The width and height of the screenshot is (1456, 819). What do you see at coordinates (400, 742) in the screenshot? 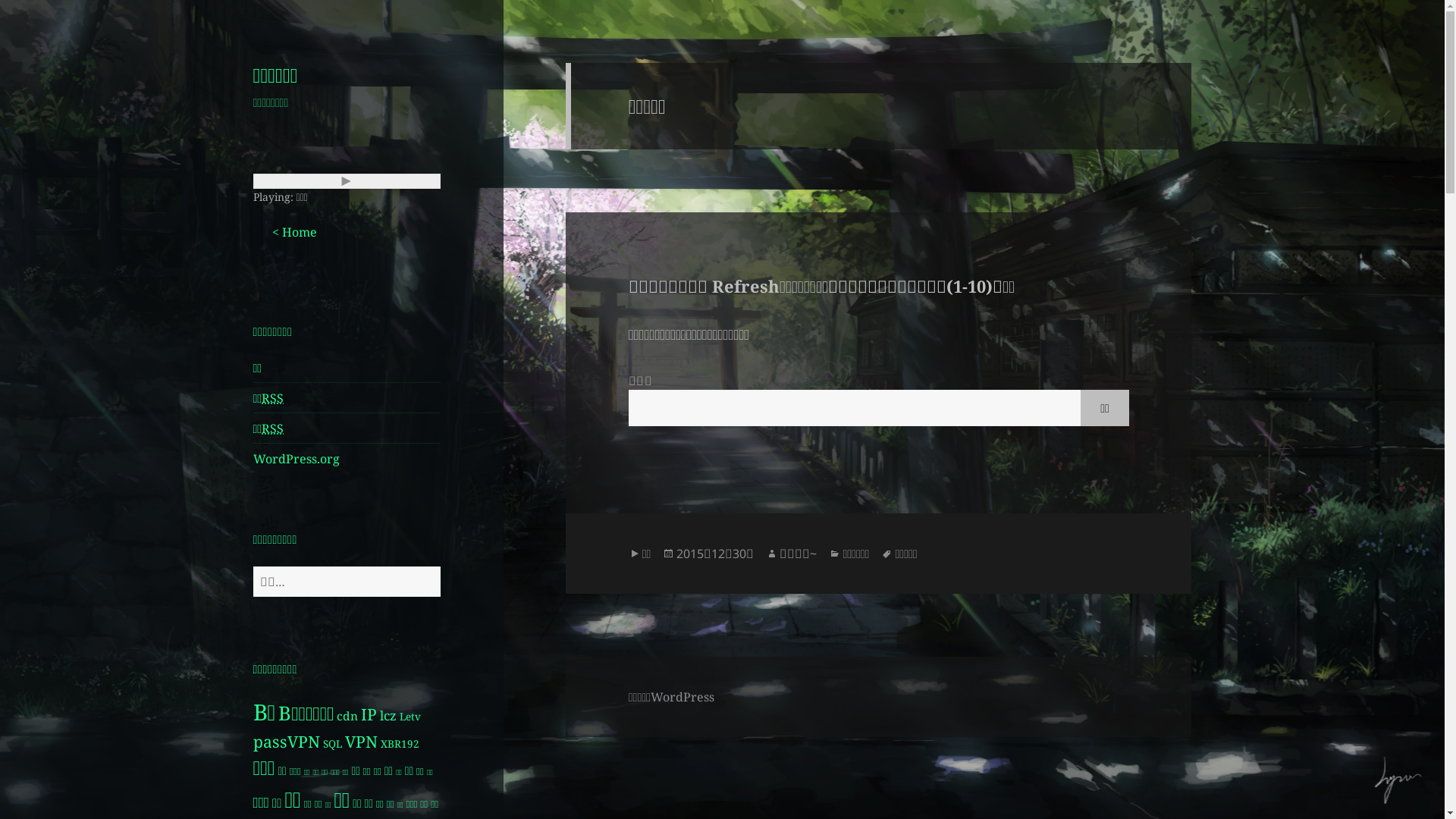
I see `'XBR192'` at bounding box center [400, 742].